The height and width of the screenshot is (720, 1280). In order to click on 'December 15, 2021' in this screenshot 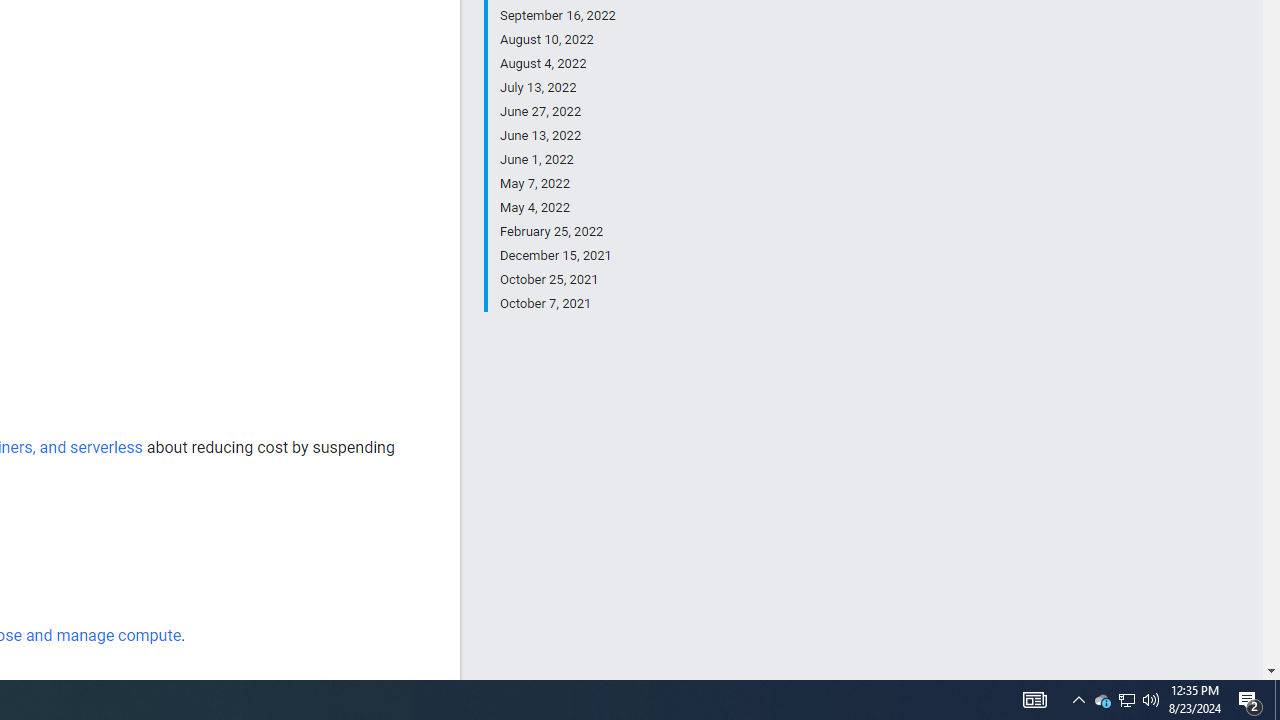, I will do `click(557, 254)`.